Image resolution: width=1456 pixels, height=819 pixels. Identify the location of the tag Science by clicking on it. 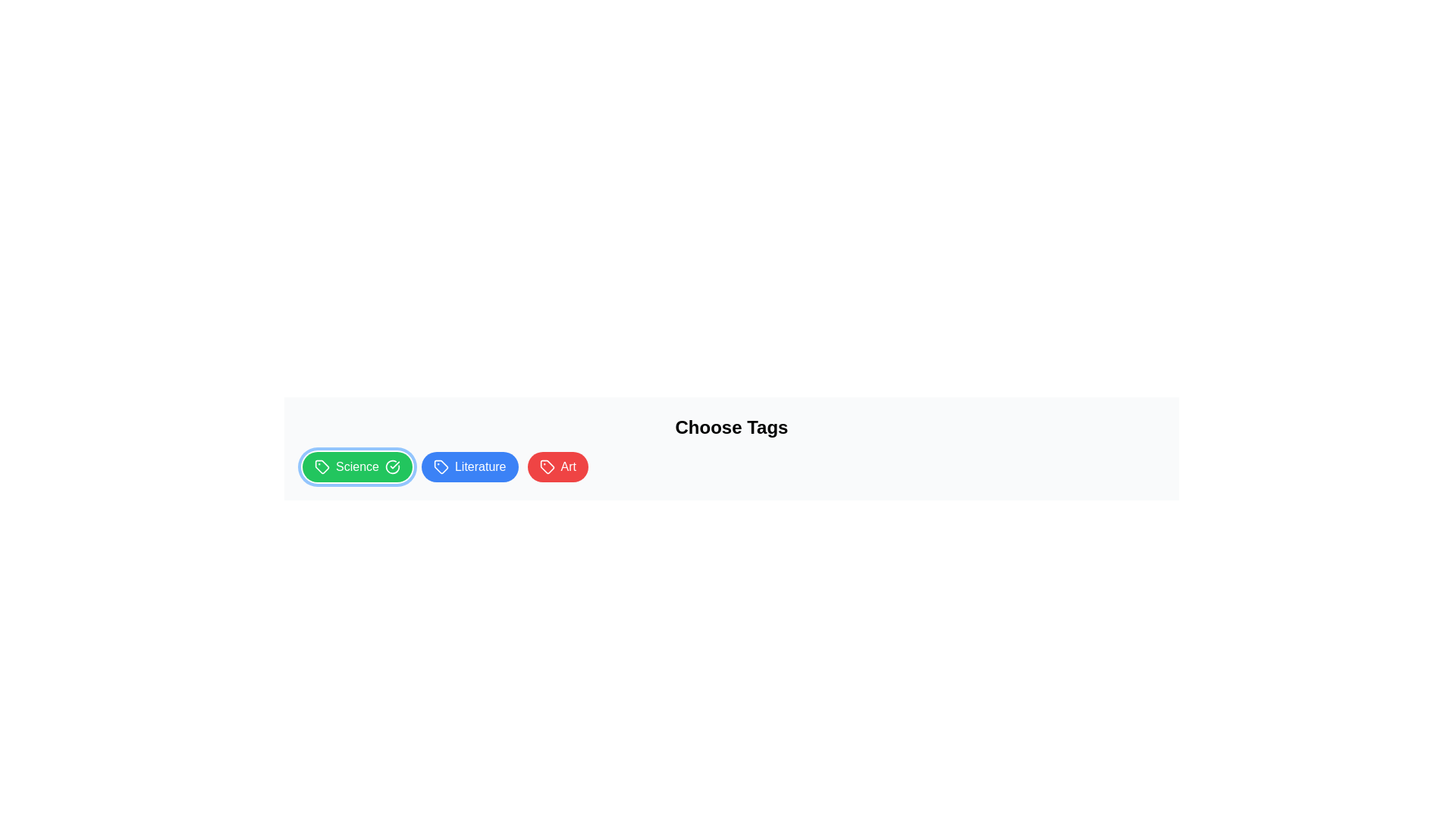
(356, 466).